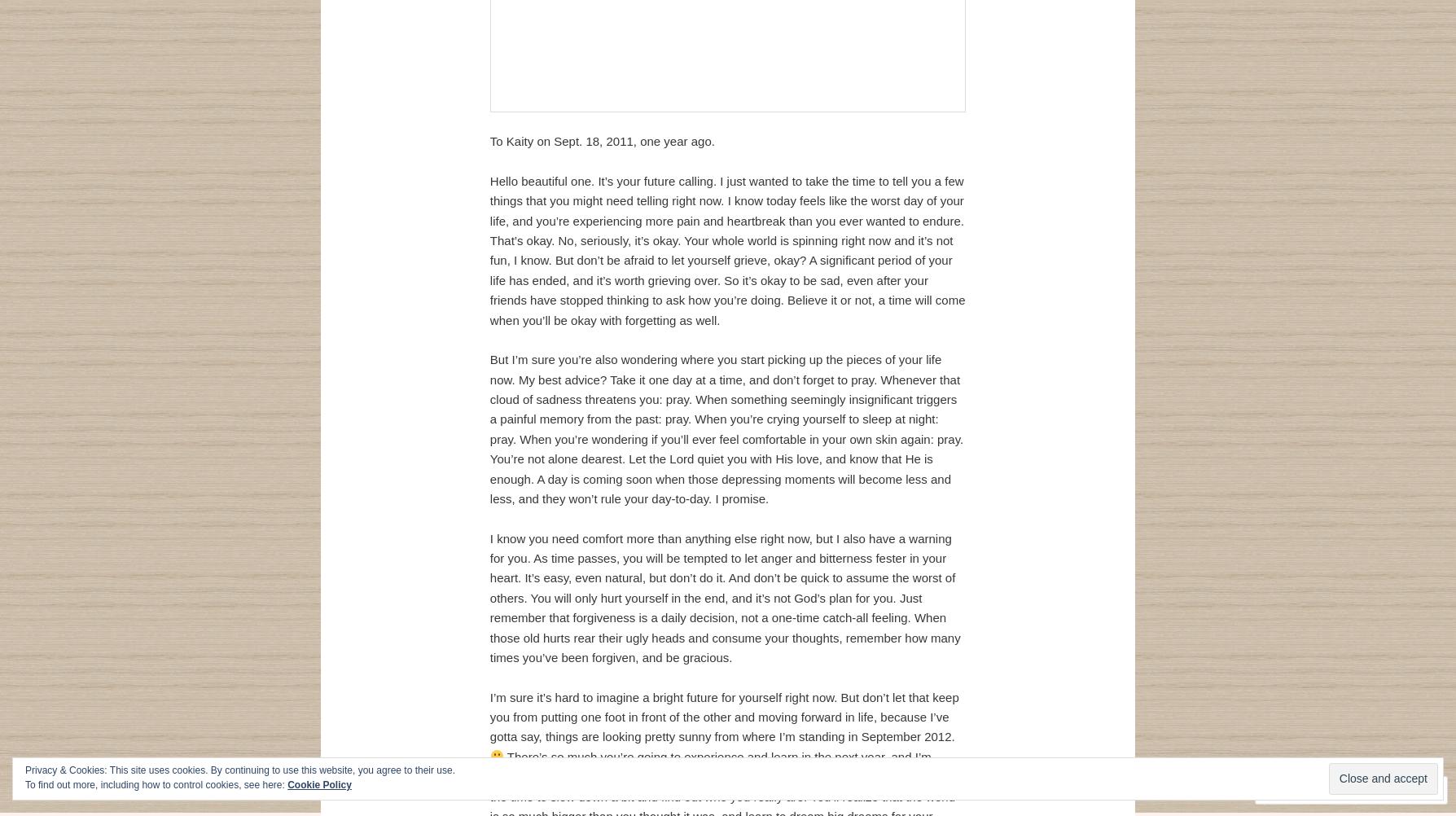 This screenshot has width=1456, height=816. I want to click on 'To Kaity on Sept. 18, 2011, one year ago.', so click(600, 141).